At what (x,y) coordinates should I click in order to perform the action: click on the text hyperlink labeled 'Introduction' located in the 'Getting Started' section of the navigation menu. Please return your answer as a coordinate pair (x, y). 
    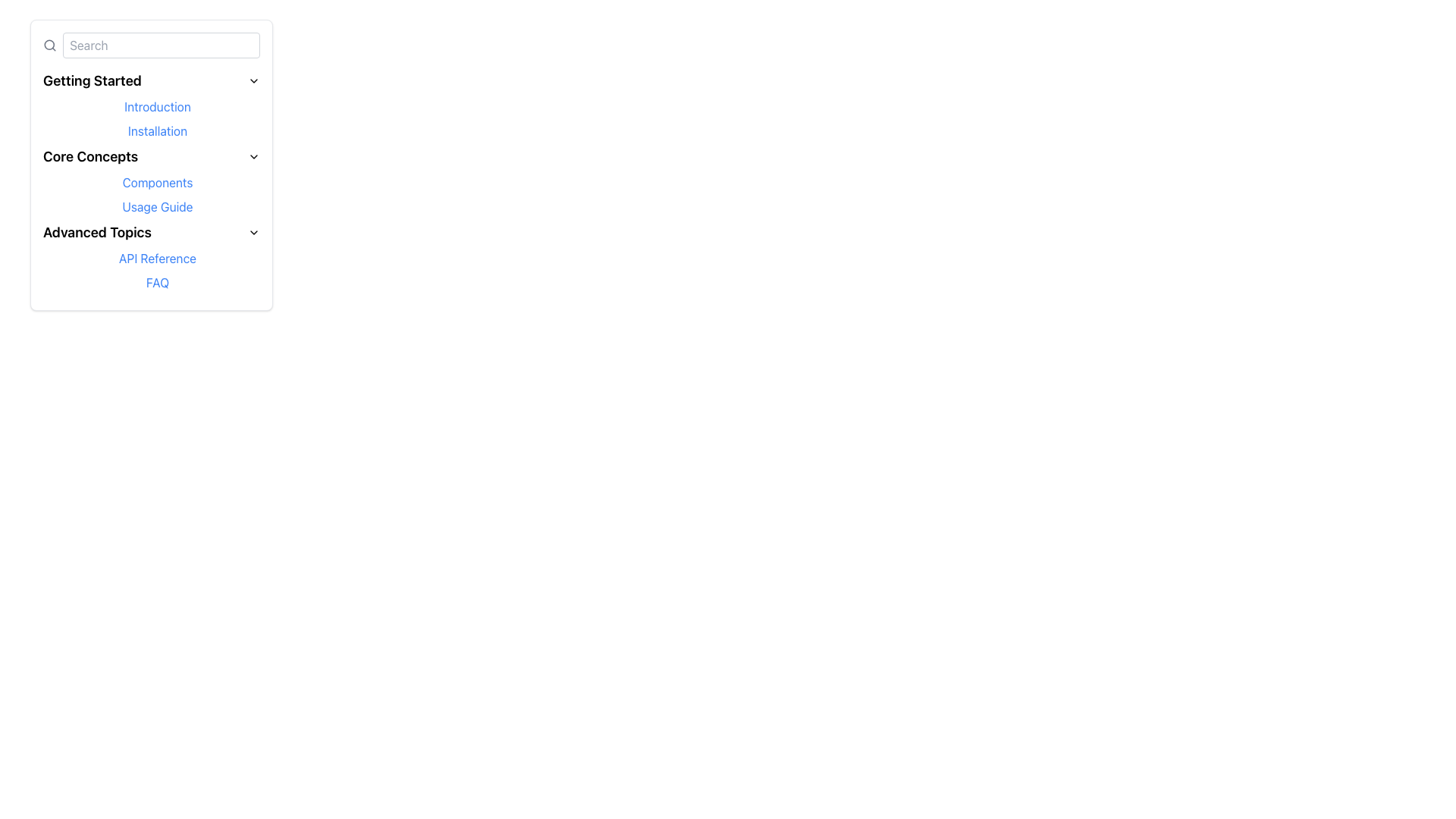
    Looking at the image, I should click on (157, 106).